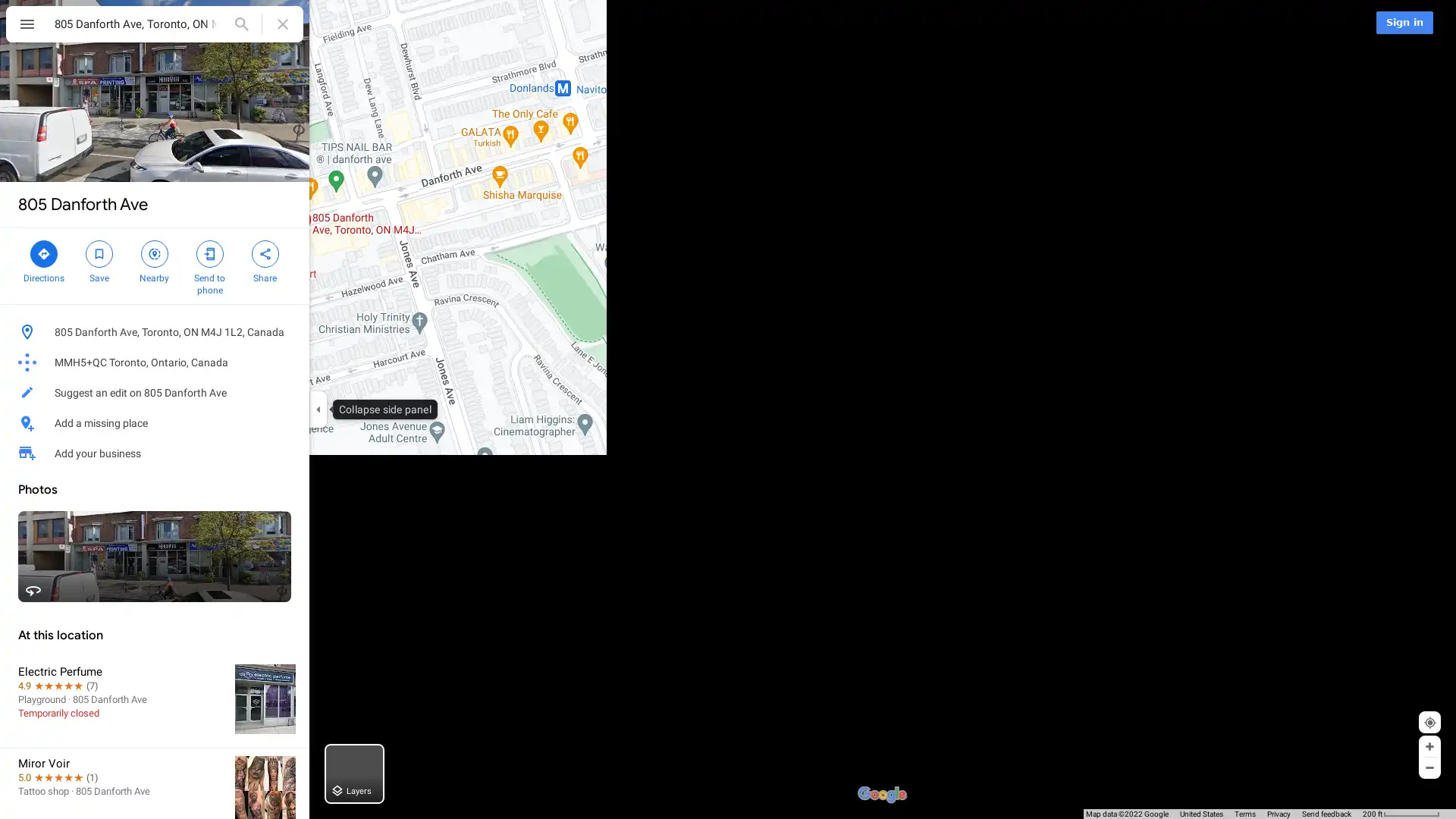 The image size is (1456, 819). Describe the element at coordinates (445, 24) in the screenshot. I see `Hotels` at that location.